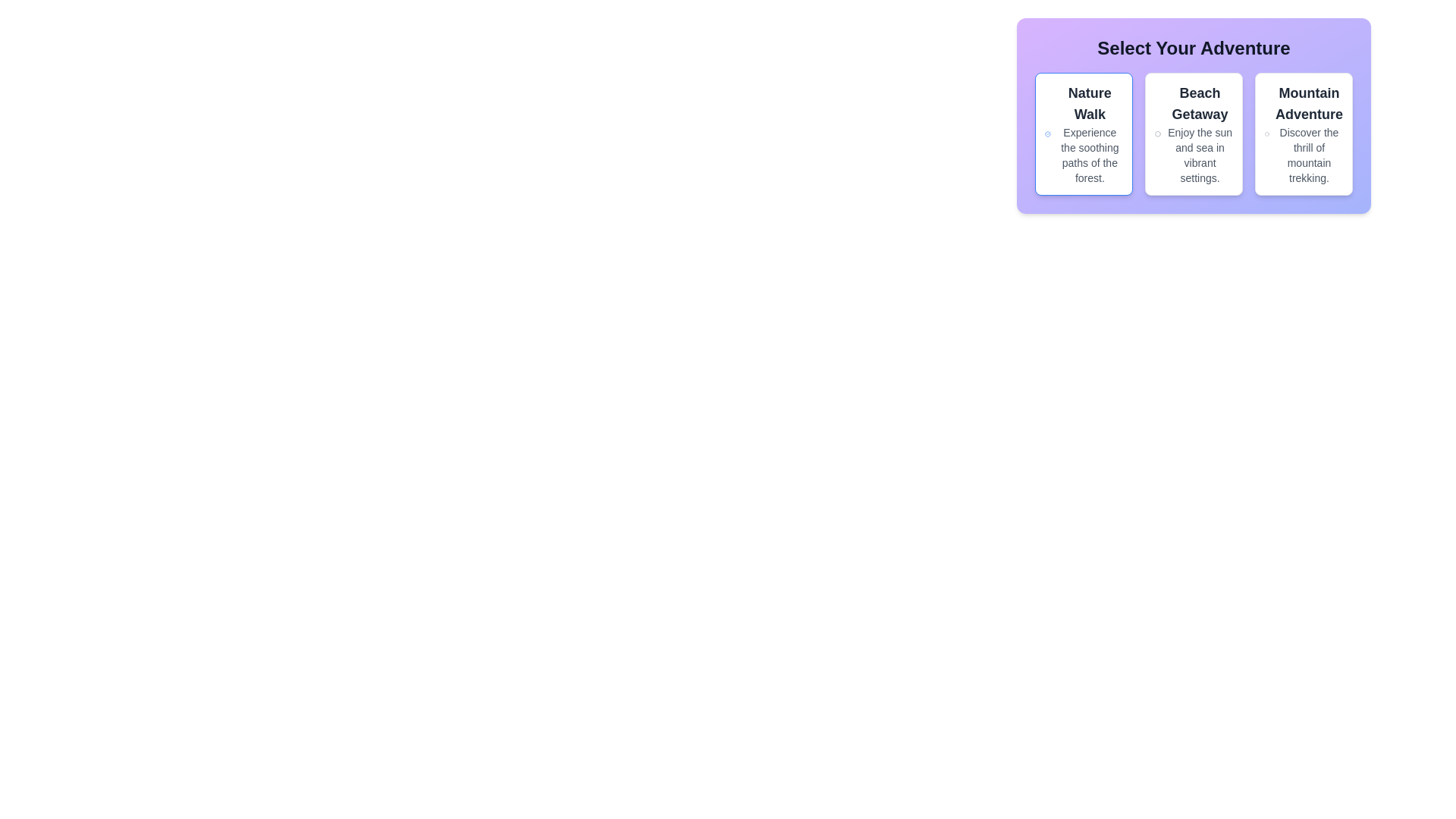  What do you see at coordinates (1199, 133) in the screenshot?
I see `the descriptive text block for the 'Beach Getaway' option located centrally between 'Nature Walk' and 'Mountain Adventure' under the 'Select Your Adventure' heading` at bounding box center [1199, 133].